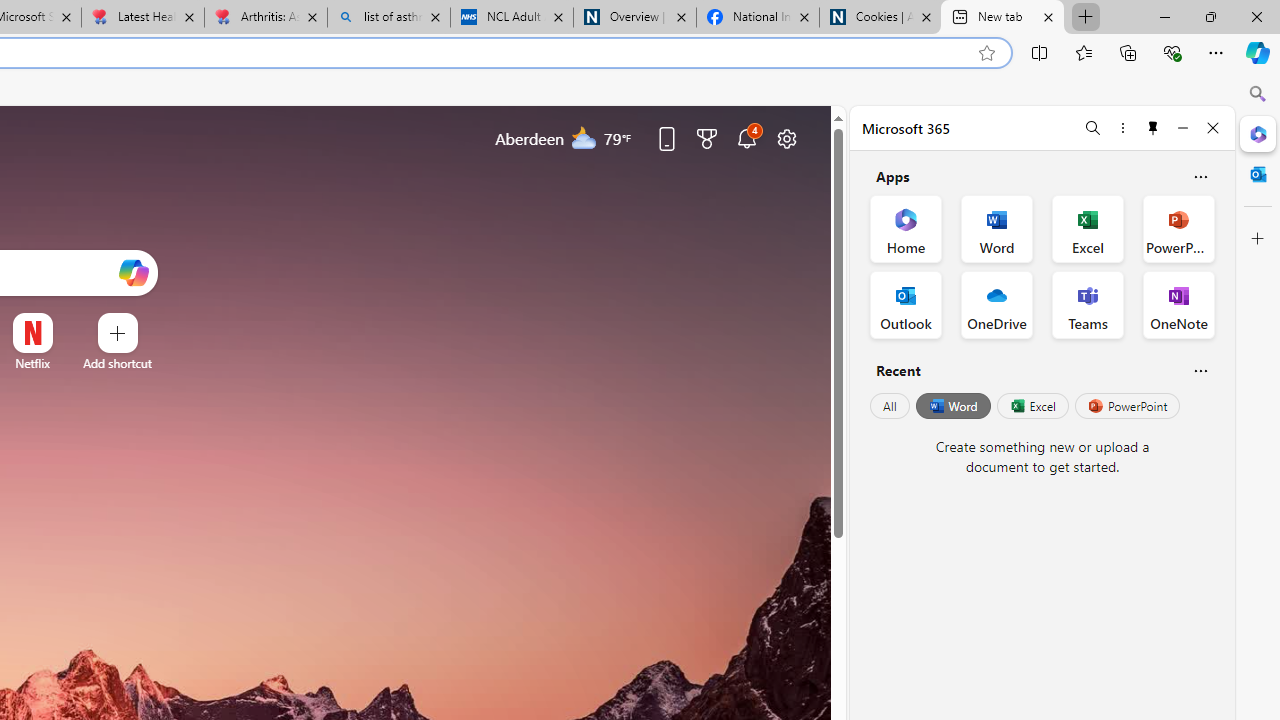 The height and width of the screenshot is (720, 1280). Describe the element at coordinates (905, 227) in the screenshot. I see `'Home Office App'` at that location.